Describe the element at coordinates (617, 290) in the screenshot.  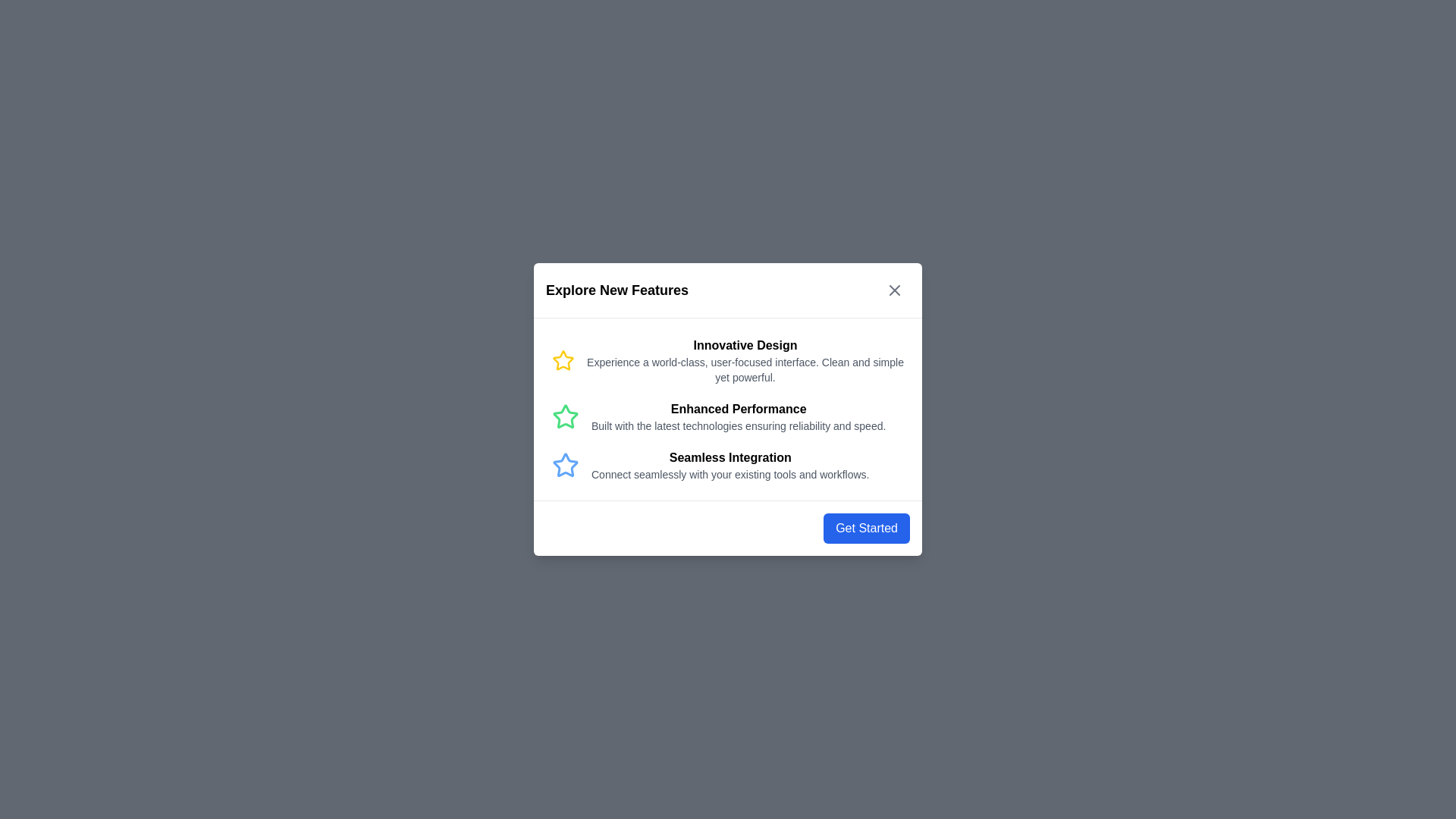
I see `the bold, large text label reading 'Explore New Features' located at the upper-left corner of the modal window` at that location.